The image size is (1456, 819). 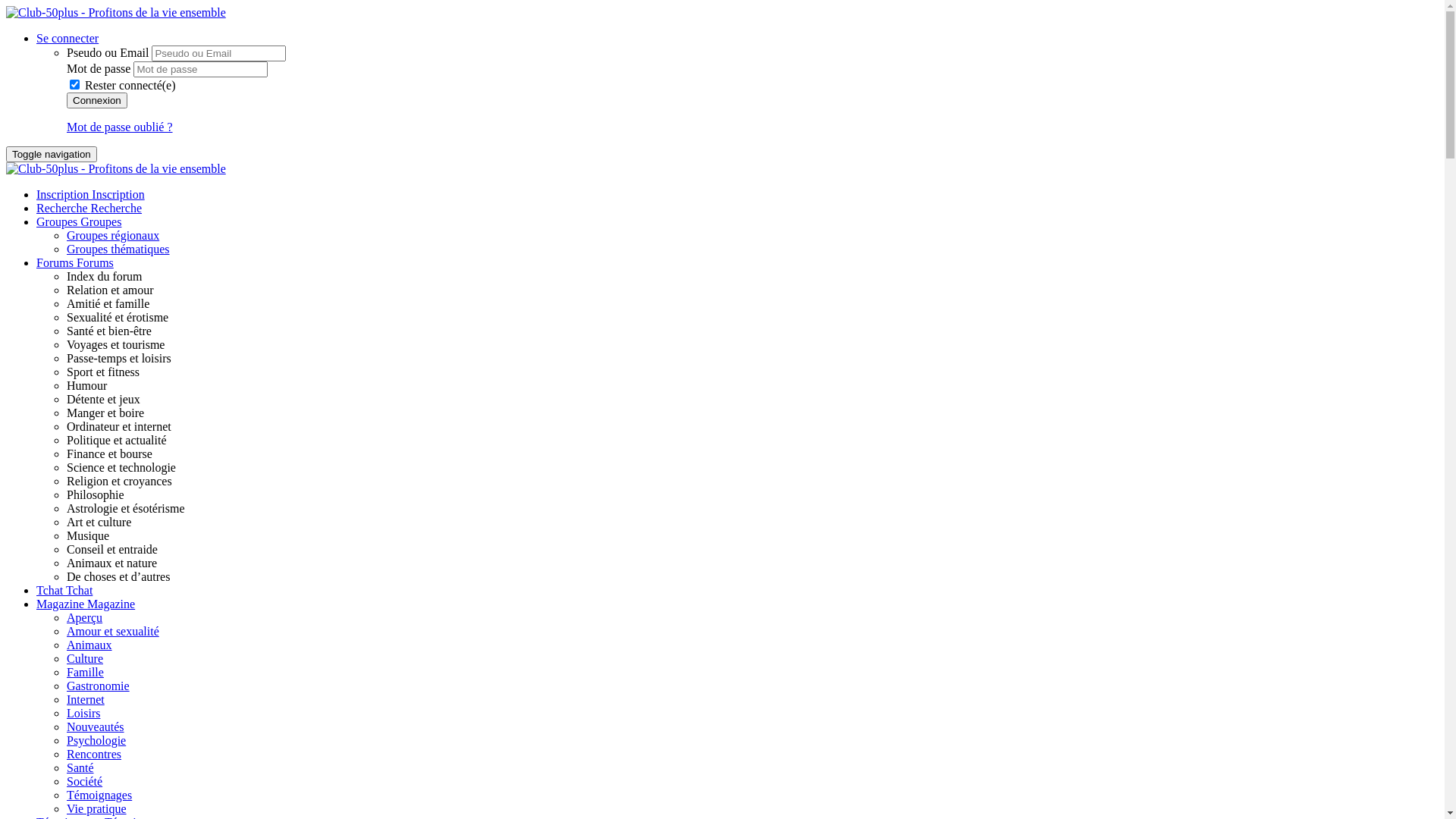 What do you see at coordinates (36, 589) in the screenshot?
I see `'Tchat'` at bounding box center [36, 589].